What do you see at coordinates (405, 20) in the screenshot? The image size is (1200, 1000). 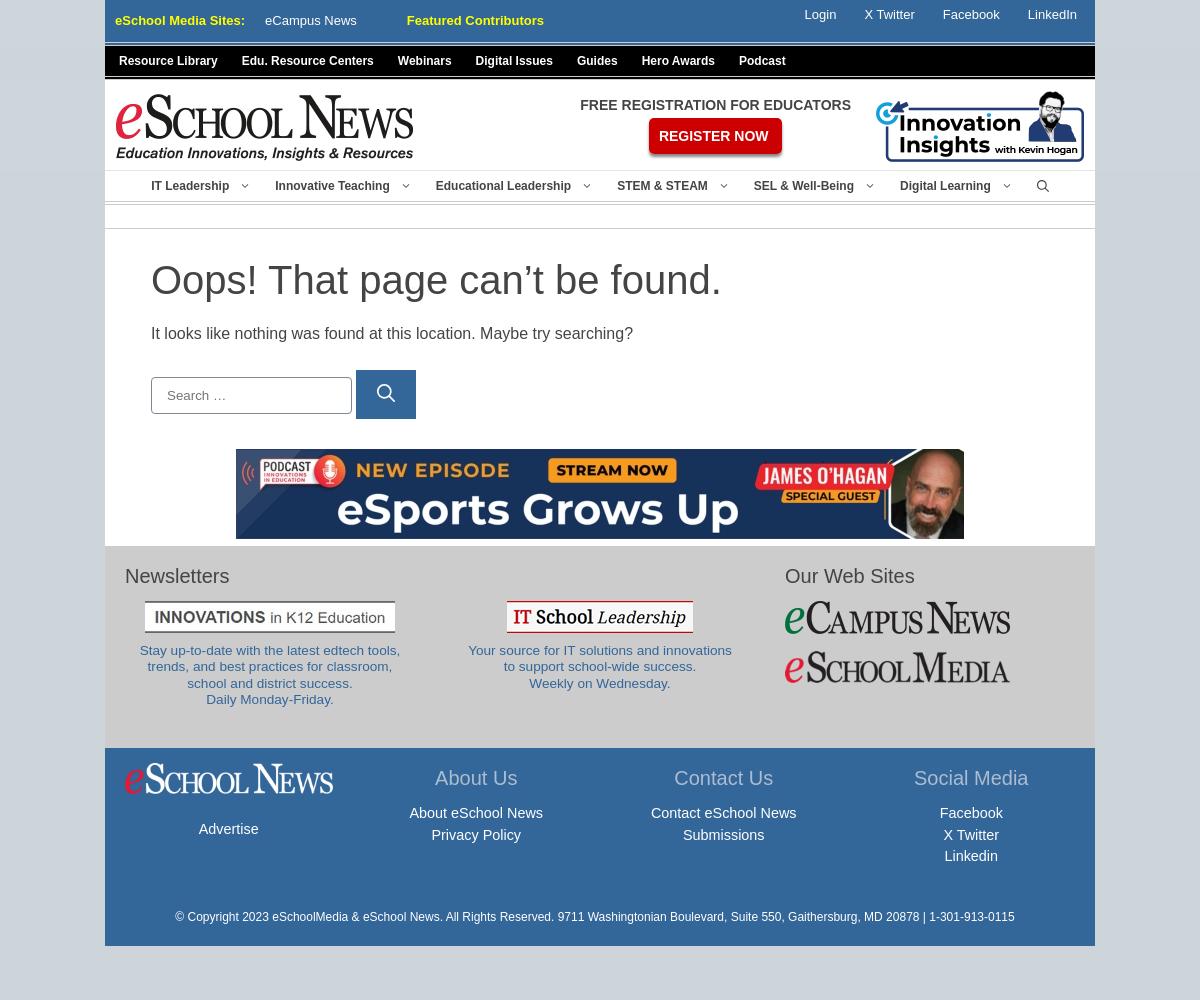 I see `'Featured Contributors'` at bounding box center [405, 20].